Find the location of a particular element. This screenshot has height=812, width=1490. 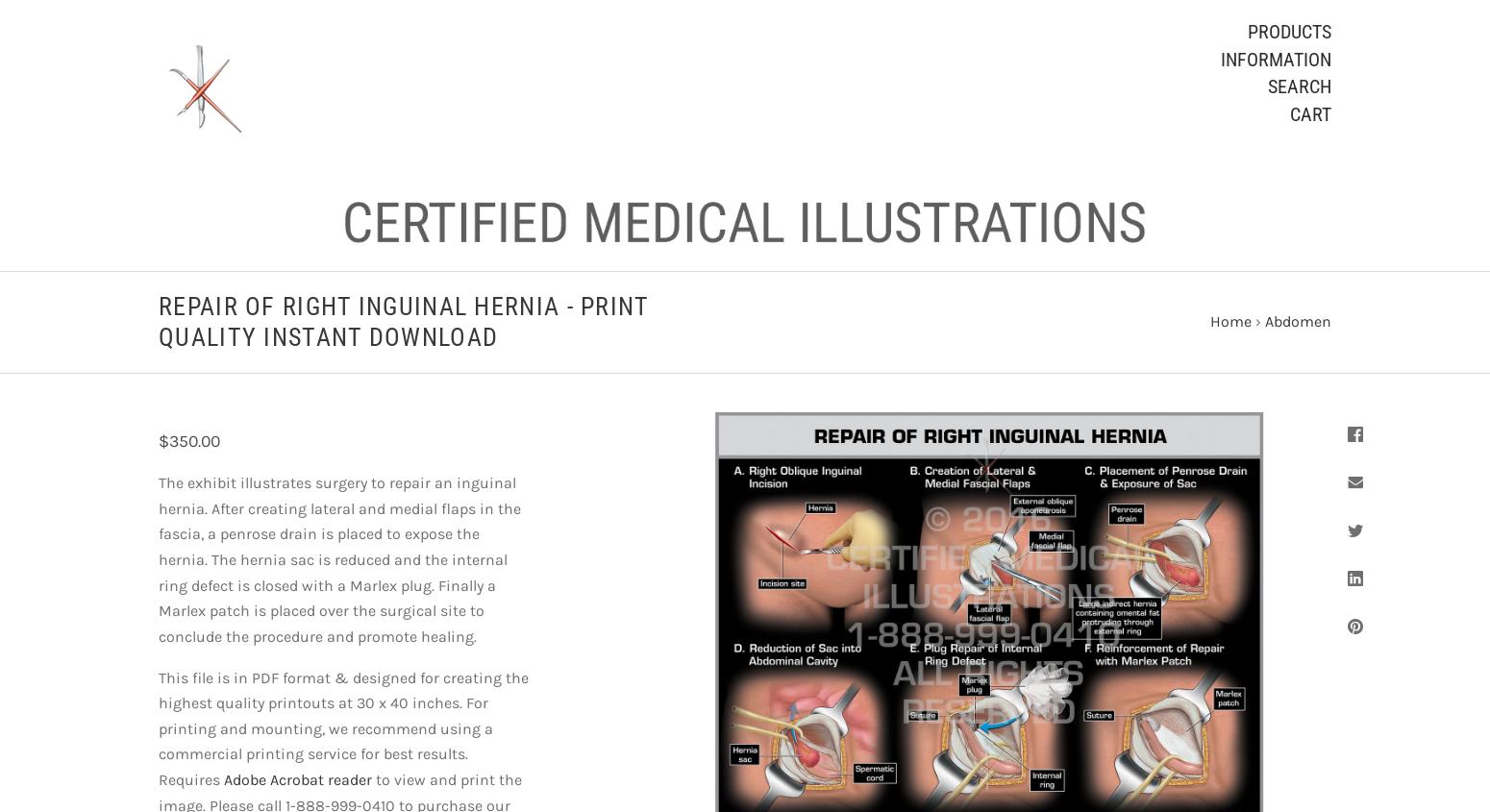

'Adobe Acrobat reader' is located at coordinates (298, 779).